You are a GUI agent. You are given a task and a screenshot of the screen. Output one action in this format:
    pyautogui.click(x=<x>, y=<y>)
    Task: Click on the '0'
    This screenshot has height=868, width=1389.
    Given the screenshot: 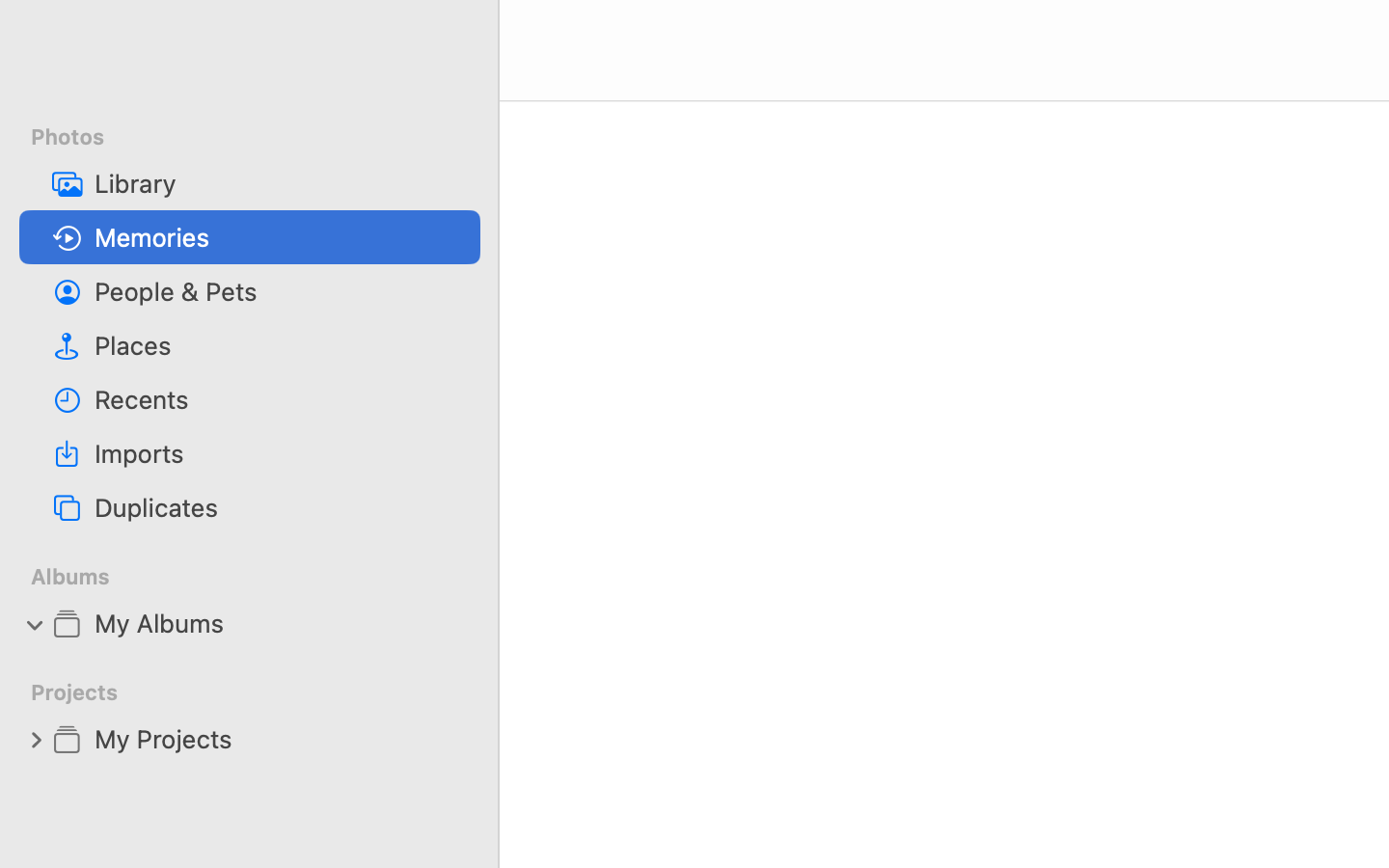 What is the action you would take?
    pyautogui.click(x=35, y=737)
    